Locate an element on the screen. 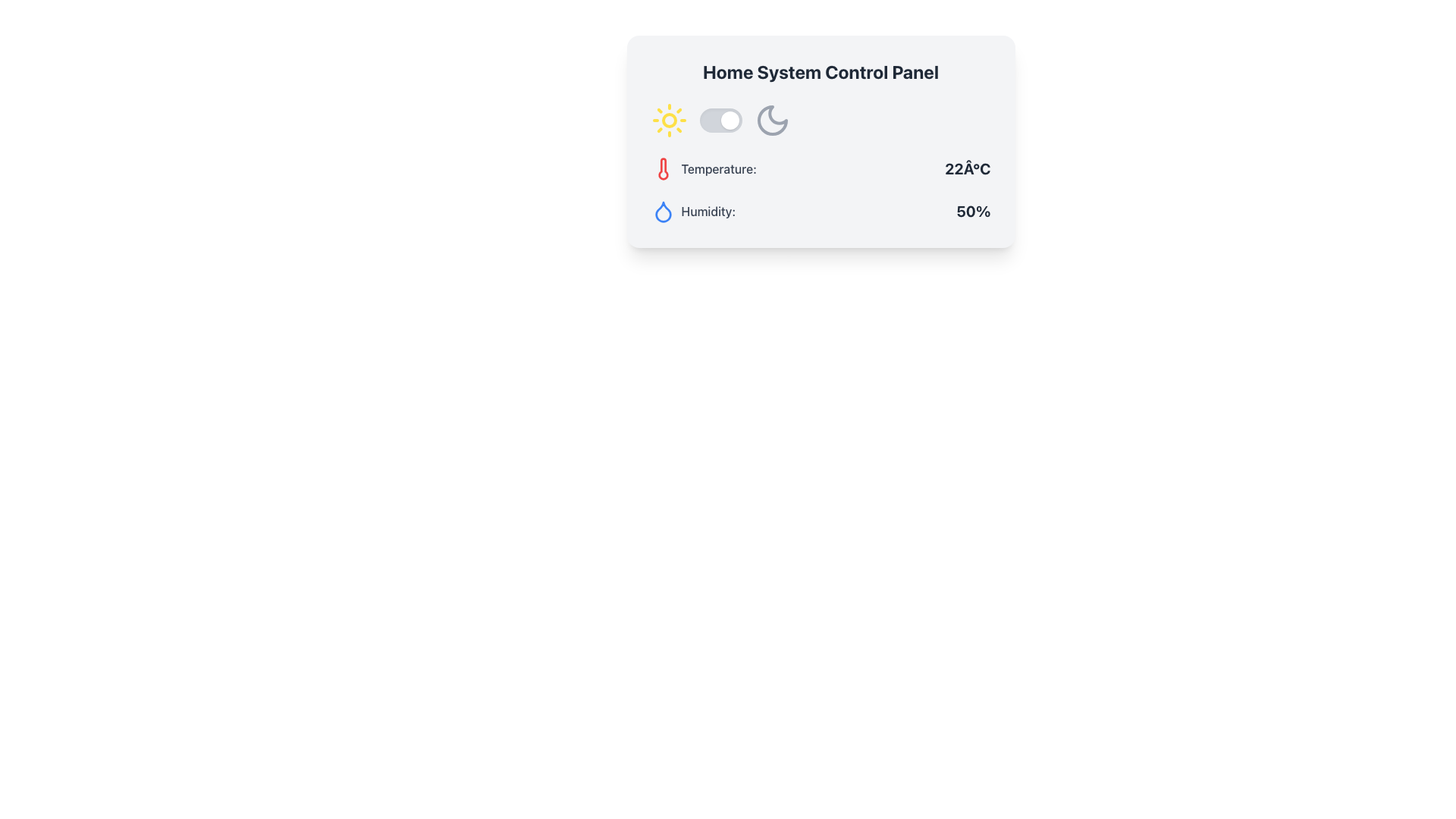 This screenshot has width=1456, height=819. the humidity level display element, which is the second entry in a horizontally aligned group, providing non-interactive information about current humidity levels is located at coordinates (820, 211).